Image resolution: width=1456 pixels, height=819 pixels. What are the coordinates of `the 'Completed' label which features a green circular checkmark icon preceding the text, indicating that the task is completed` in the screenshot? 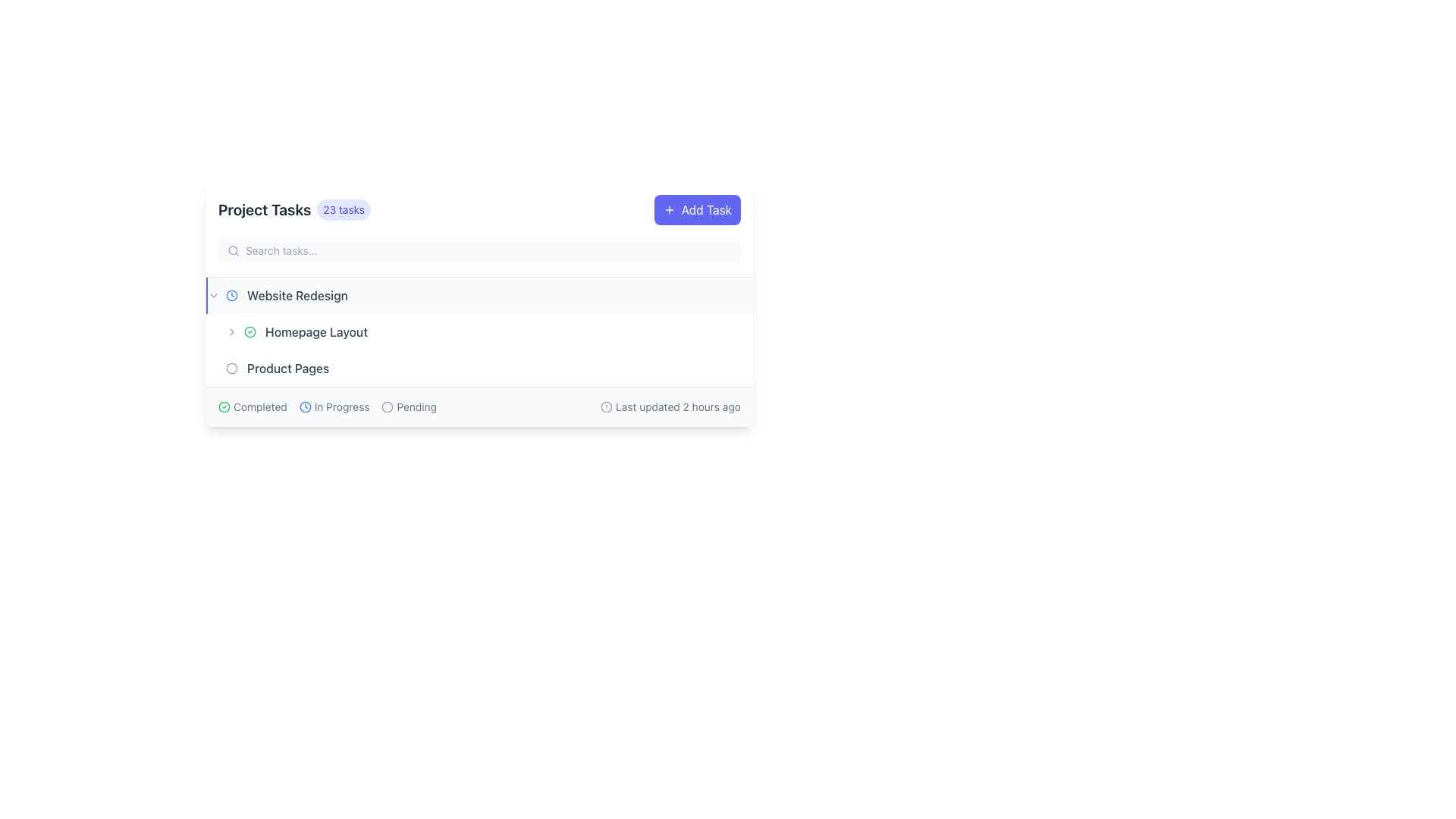 It's located at (253, 406).